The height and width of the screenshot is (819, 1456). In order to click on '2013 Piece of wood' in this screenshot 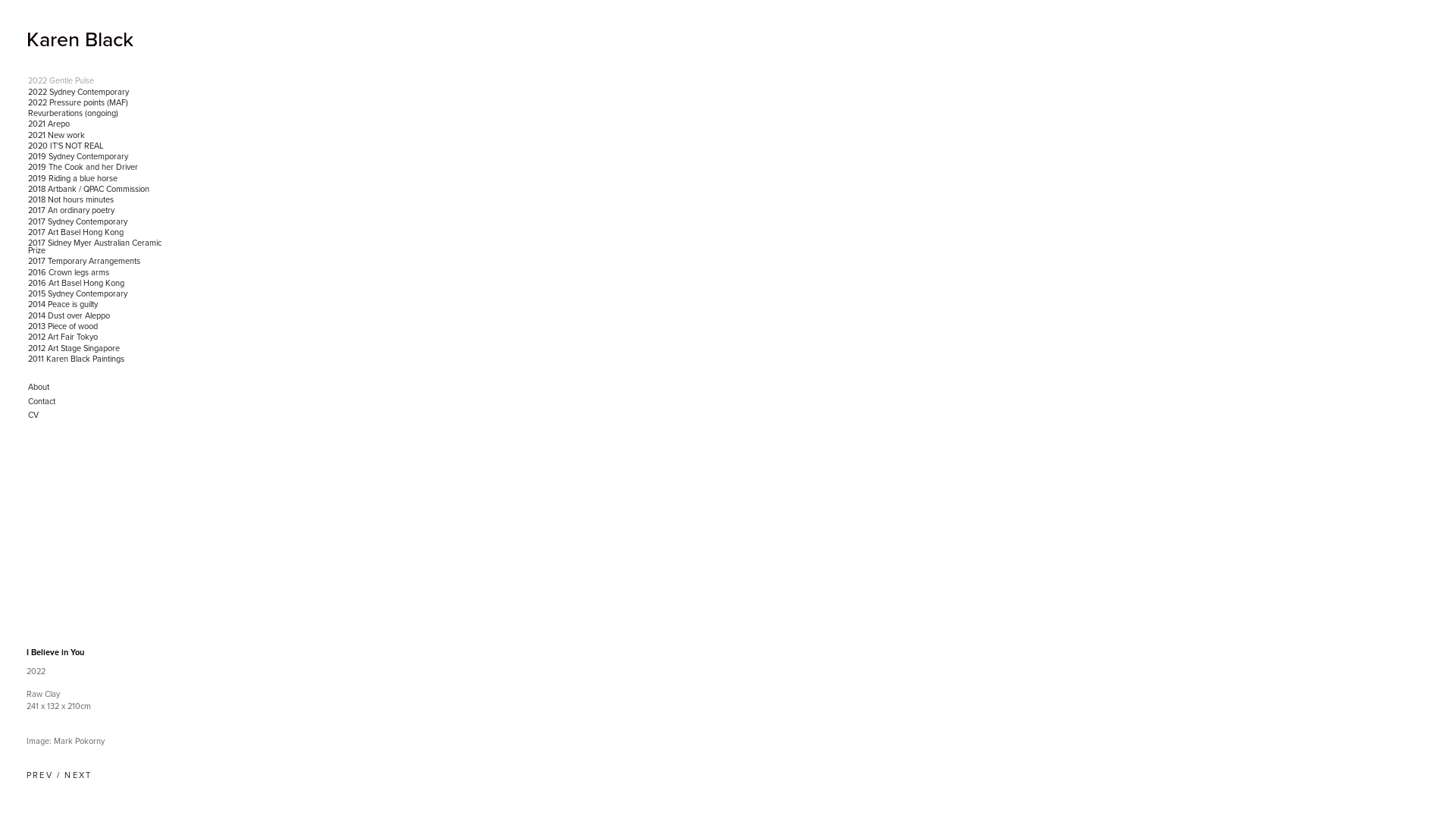, I will do `click(97, 326)`.